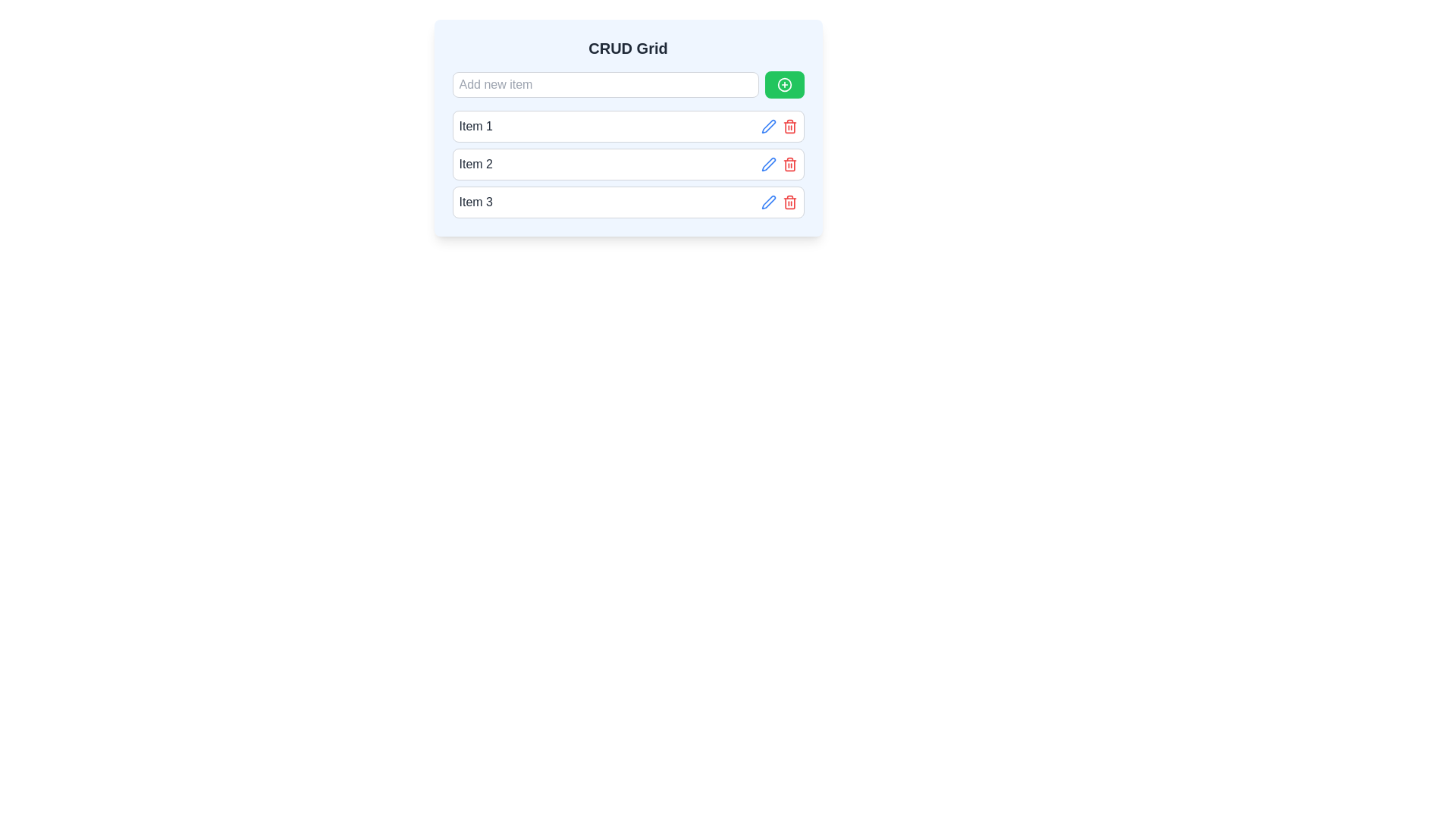 The height and width of the screenshot is (819, 1456). I want to click on the edit icon button located immediately to the right of 'Item 2' in the second row of the CRUD grid, so click(768, 164).